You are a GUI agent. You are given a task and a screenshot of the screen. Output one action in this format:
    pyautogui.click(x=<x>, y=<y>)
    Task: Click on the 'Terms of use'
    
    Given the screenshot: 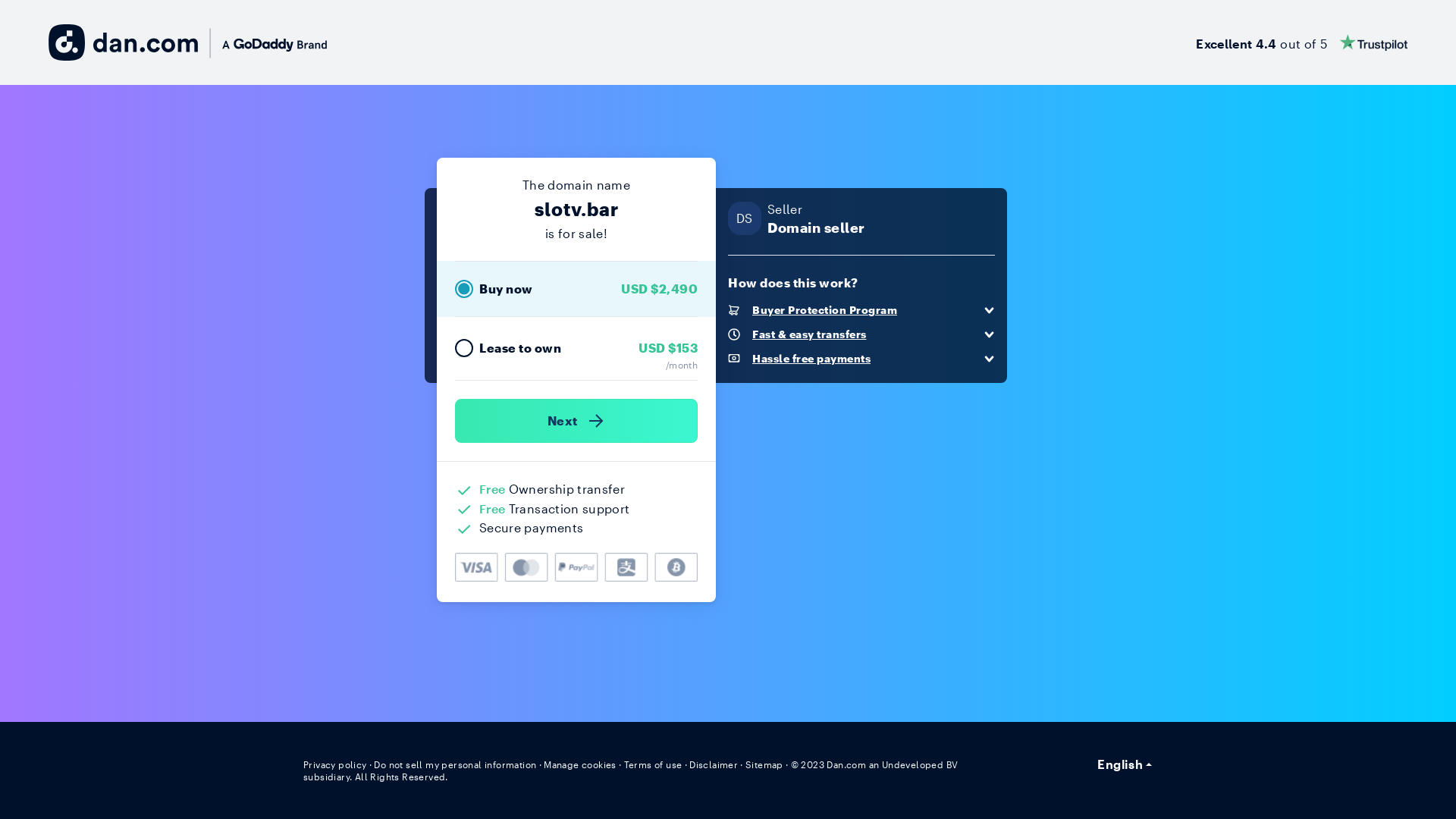 What is the action you would take?
    pyautogui.click(x=653, y=764)
    